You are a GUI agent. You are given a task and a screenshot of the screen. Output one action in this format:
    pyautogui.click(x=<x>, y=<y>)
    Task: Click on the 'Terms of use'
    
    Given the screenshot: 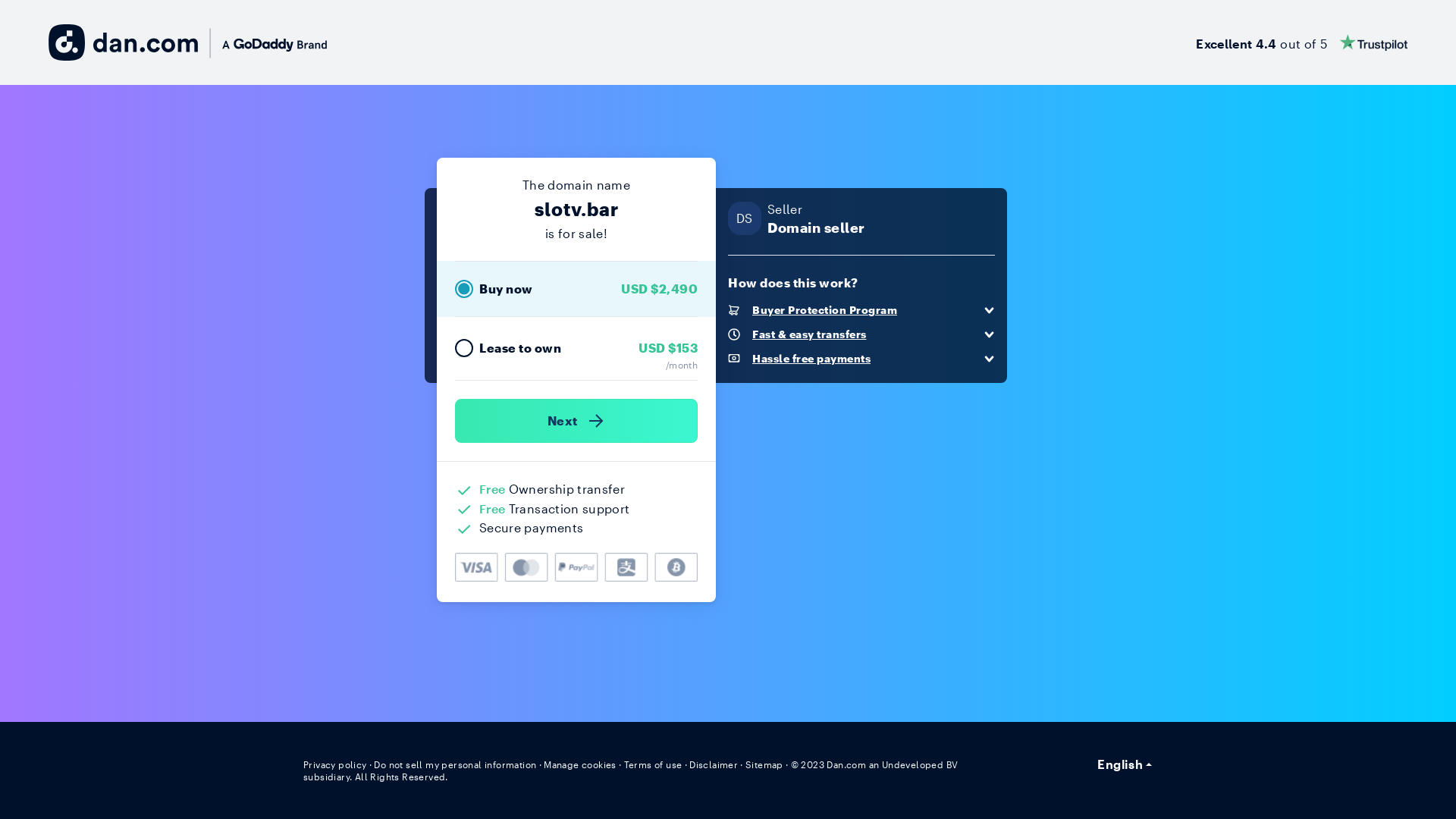 What is the action you would take?
    pyautogui.click(x=653, y=764)
    